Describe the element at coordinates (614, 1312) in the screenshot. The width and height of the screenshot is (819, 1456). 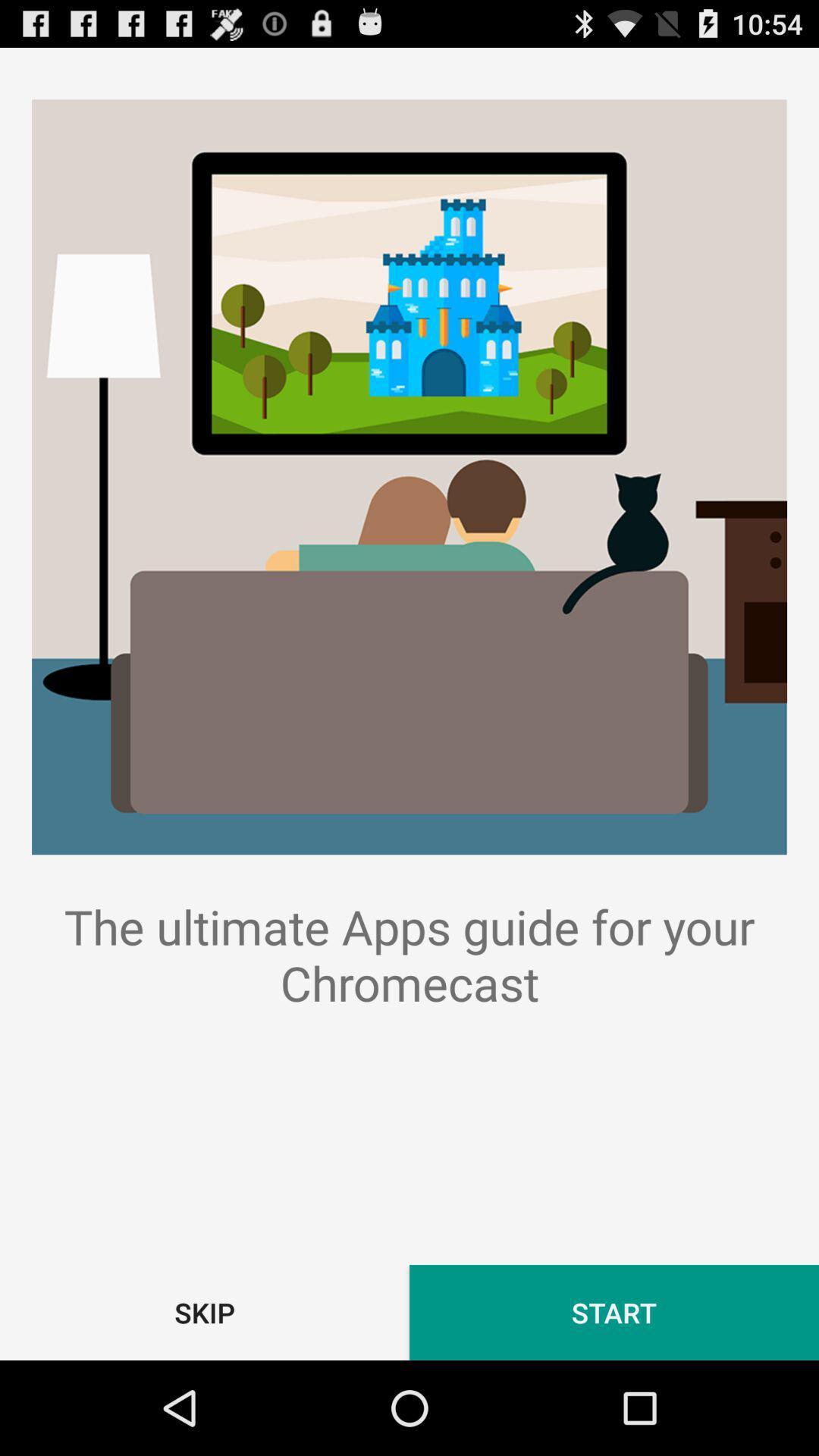
I see `item at the bottom right corner` at that location.